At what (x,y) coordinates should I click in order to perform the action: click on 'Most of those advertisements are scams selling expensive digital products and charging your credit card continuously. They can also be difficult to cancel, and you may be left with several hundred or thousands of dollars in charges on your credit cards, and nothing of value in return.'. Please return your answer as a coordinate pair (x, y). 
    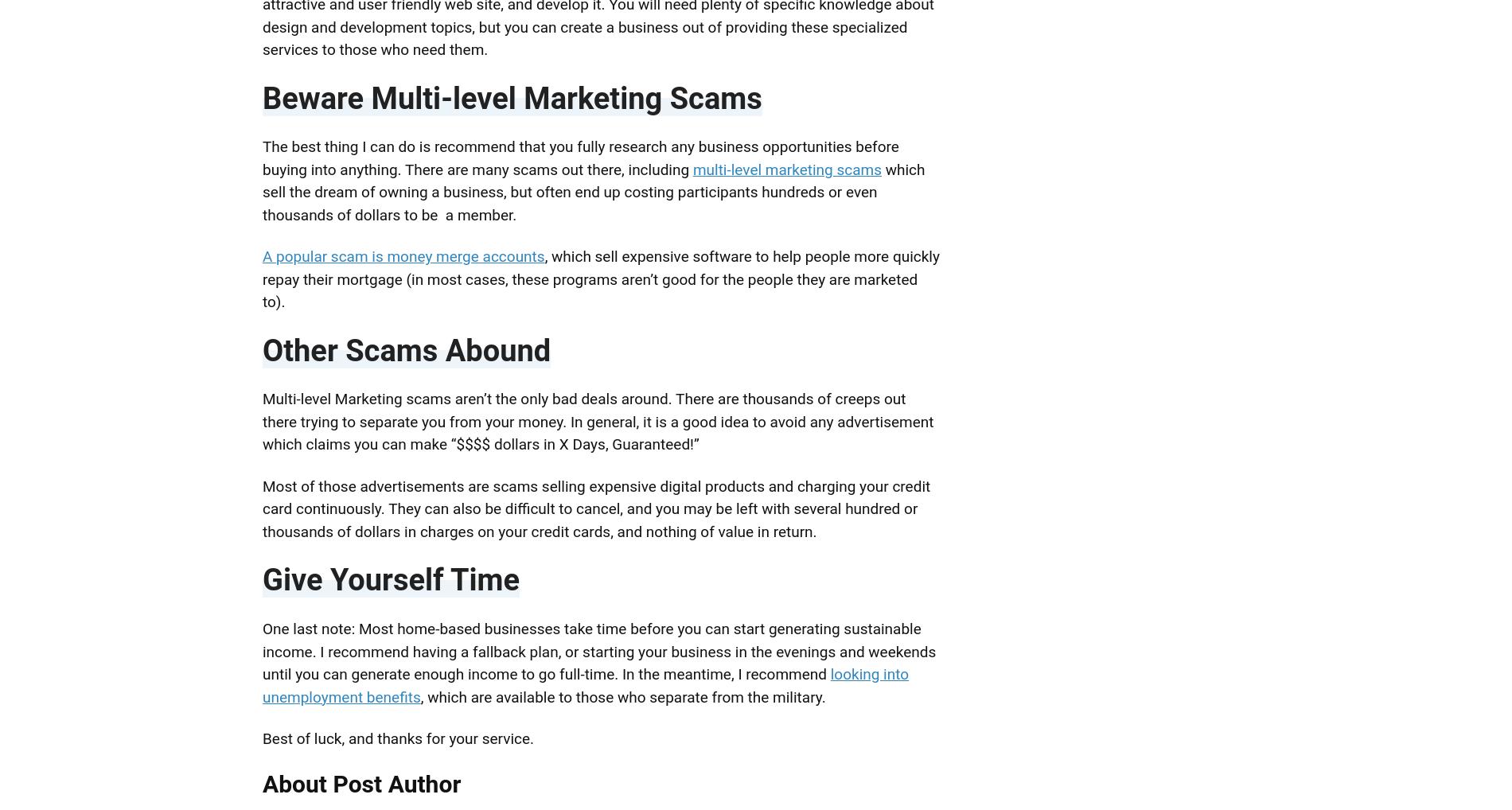
    Looking at the image, I should click on (595, 507).